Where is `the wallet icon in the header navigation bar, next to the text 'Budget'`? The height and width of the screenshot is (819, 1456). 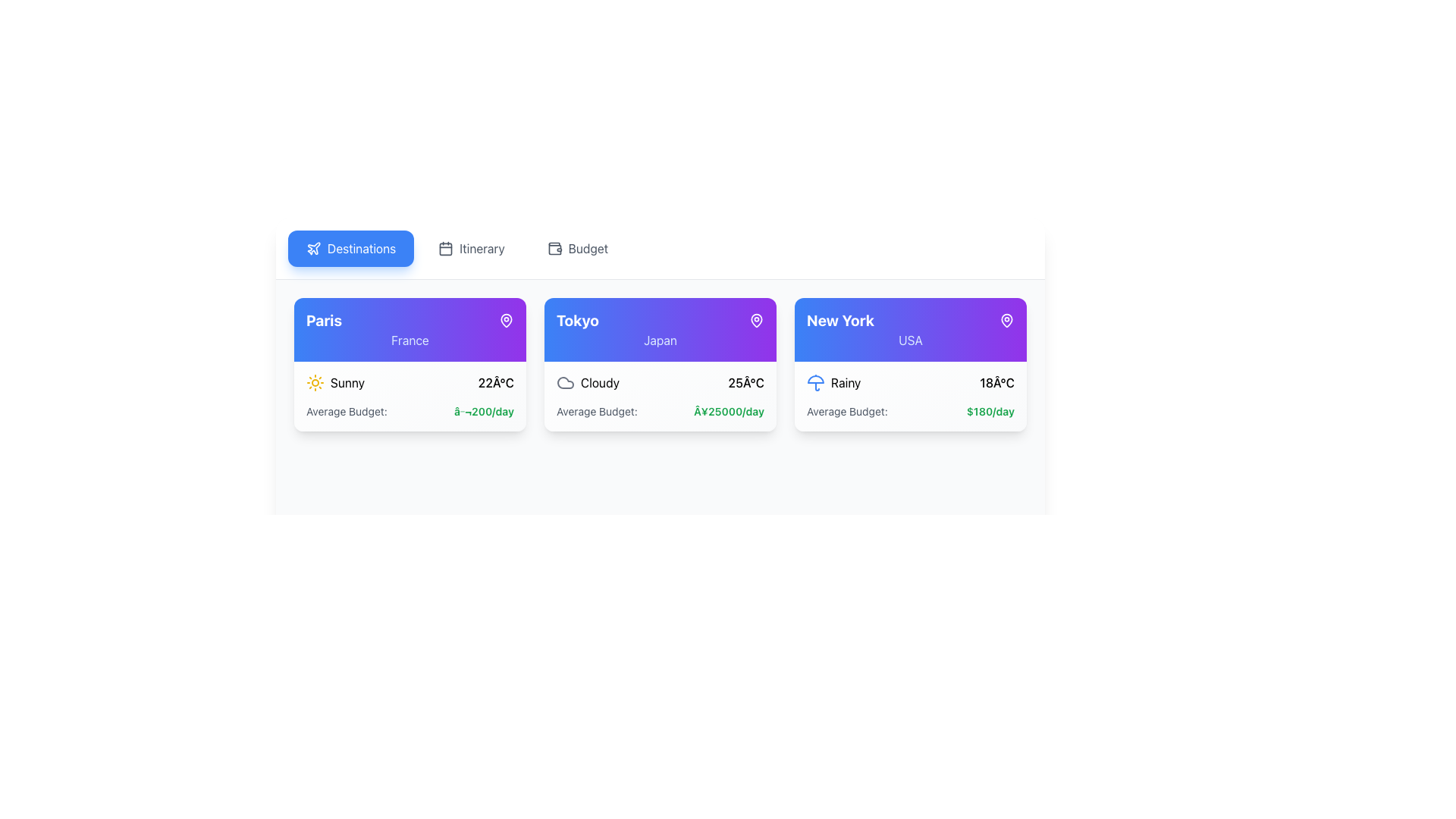
the wallet icon in the header navigation bar, next to the text 'Budget' is located at coordinates (554, 247).